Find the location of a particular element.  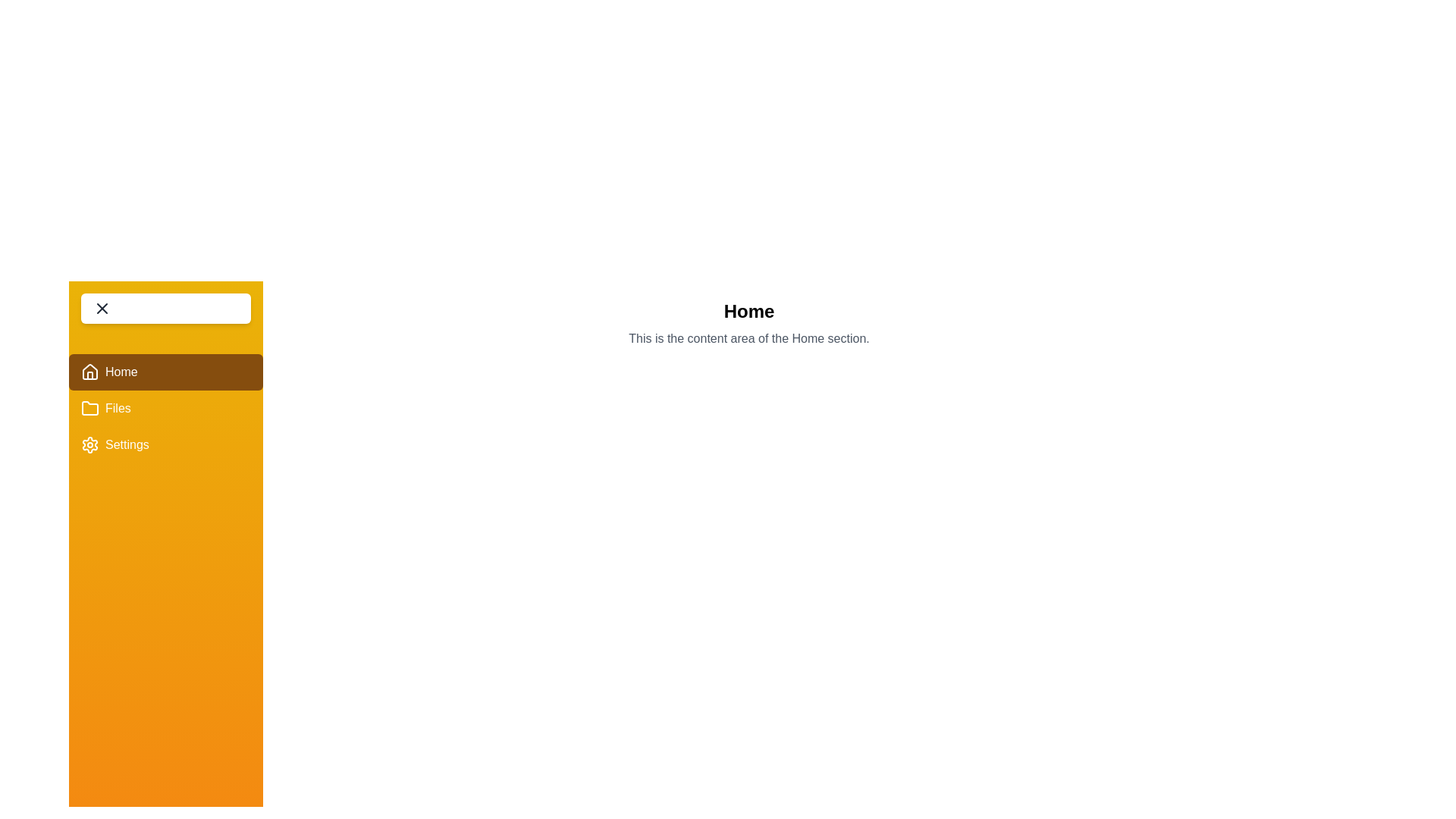

the Settings tab in the navigation menu is located at coordinates (166, 444).